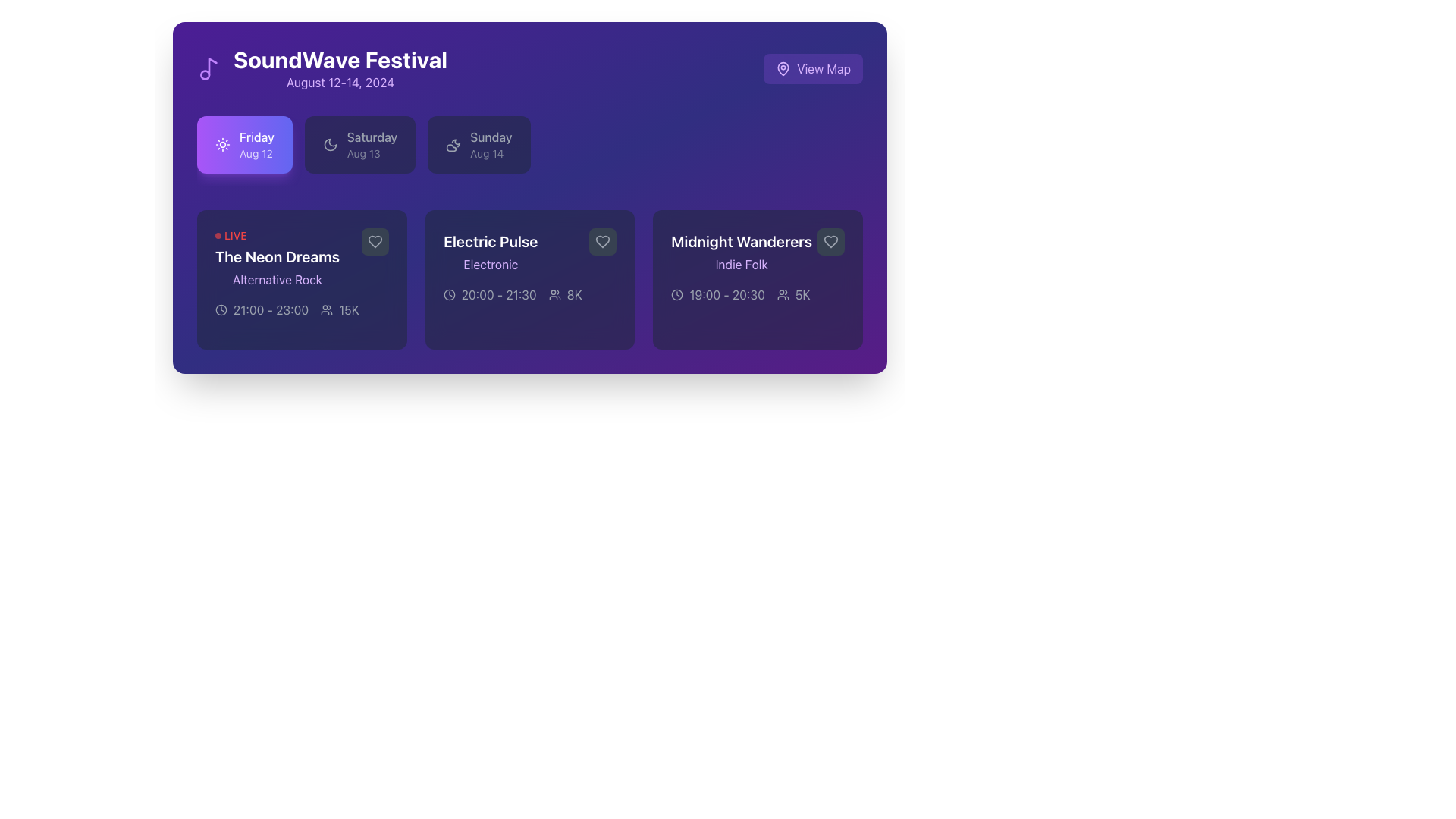  What do you see at coordinates (490, 263) in the screenshot?
I see `the text label displaying 'Electronic' in light purple color located beneath the 'Electric Pulse' header in the middle card of the layout` at bounding box center [490, 263].